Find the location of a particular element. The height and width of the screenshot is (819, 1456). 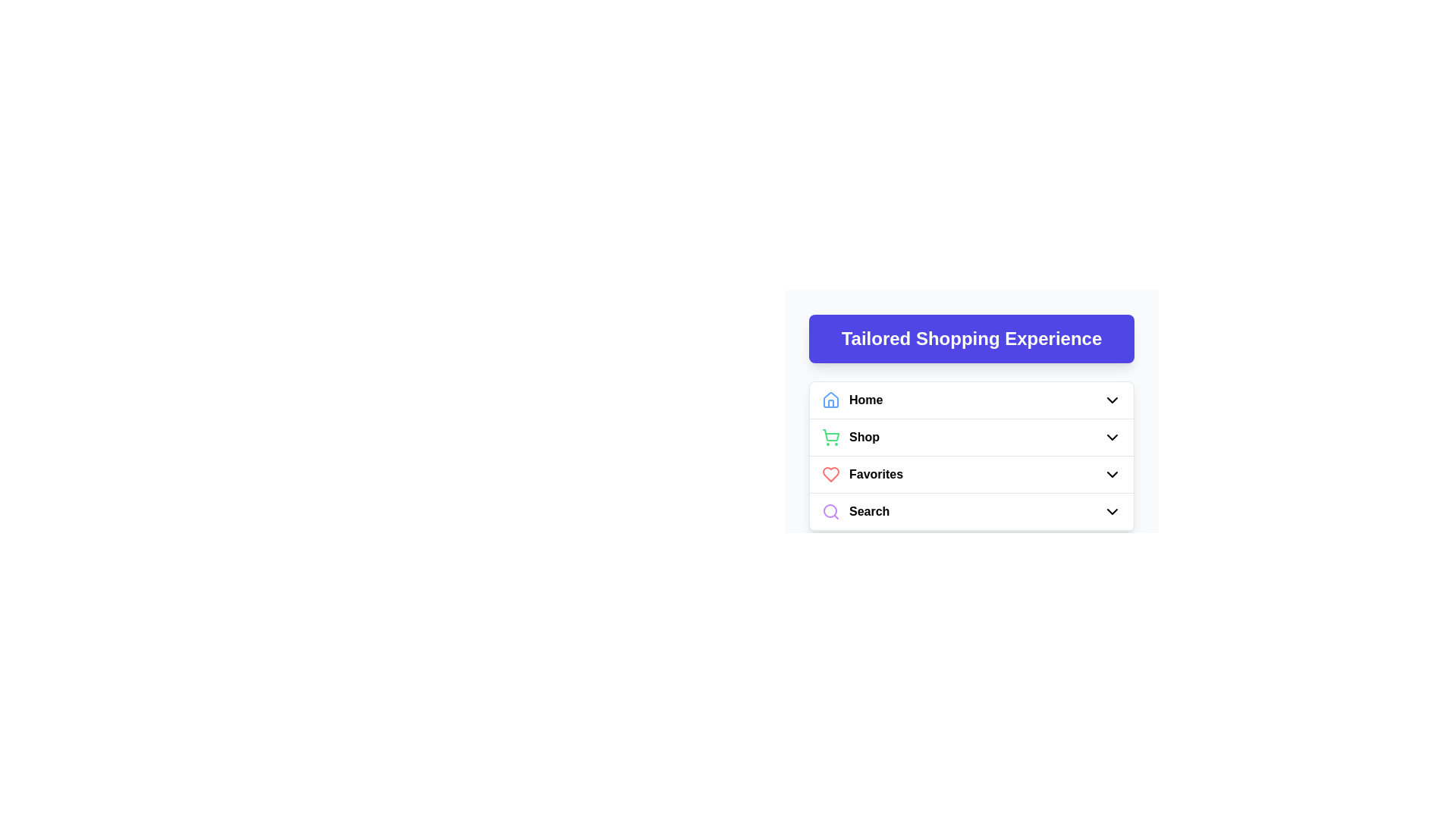

the Navigation menu section labeled 'Tailored Shopping Experience' to scroll is located at coordinates (971, 402).